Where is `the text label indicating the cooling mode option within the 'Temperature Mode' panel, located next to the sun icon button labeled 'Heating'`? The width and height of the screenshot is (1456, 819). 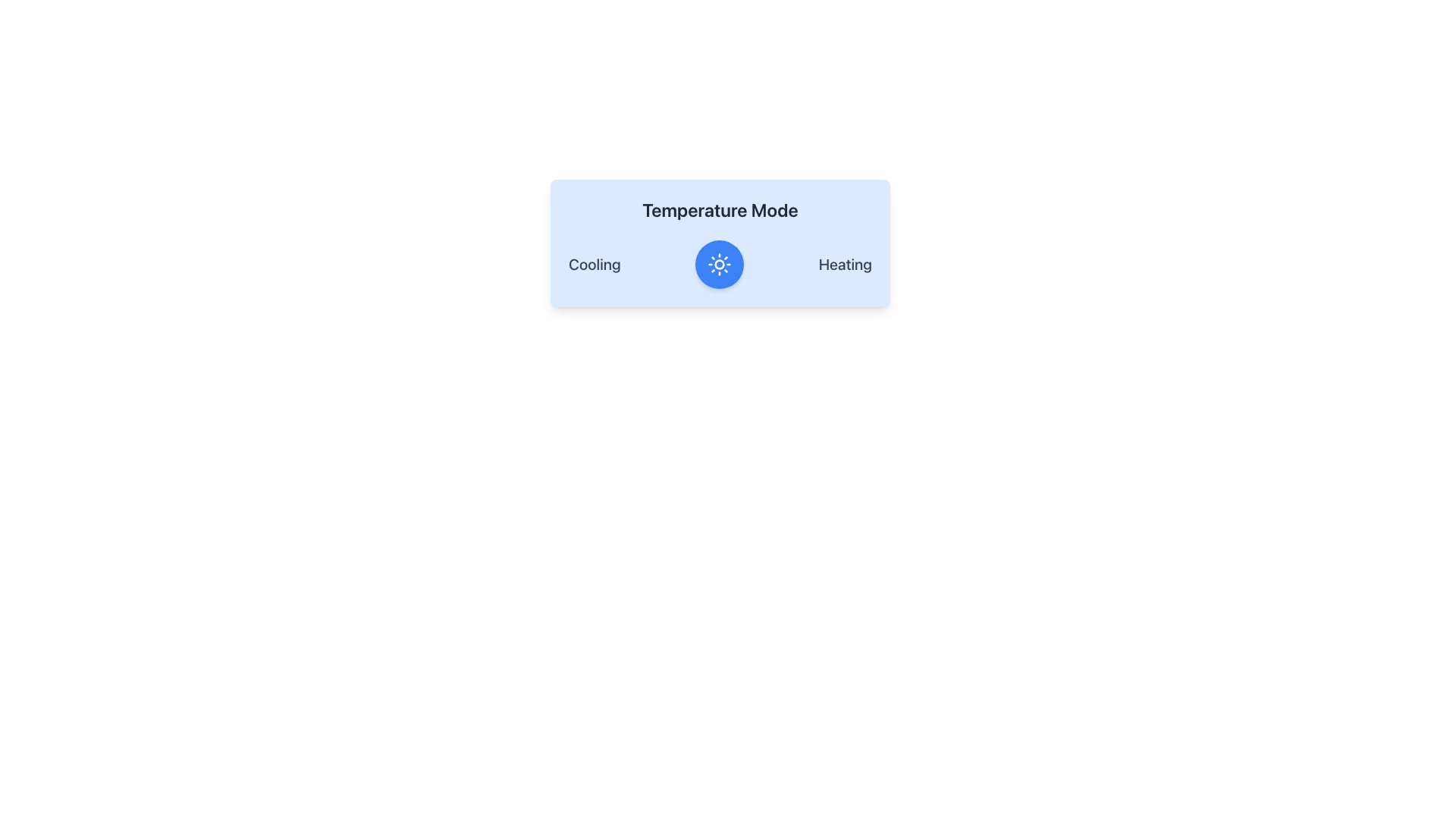
the text label indicating the cooling mode option within the 'Temperature Mode' panel, located next to the sun icon button labeled 'Heating' is located at coordinates (594, 263).